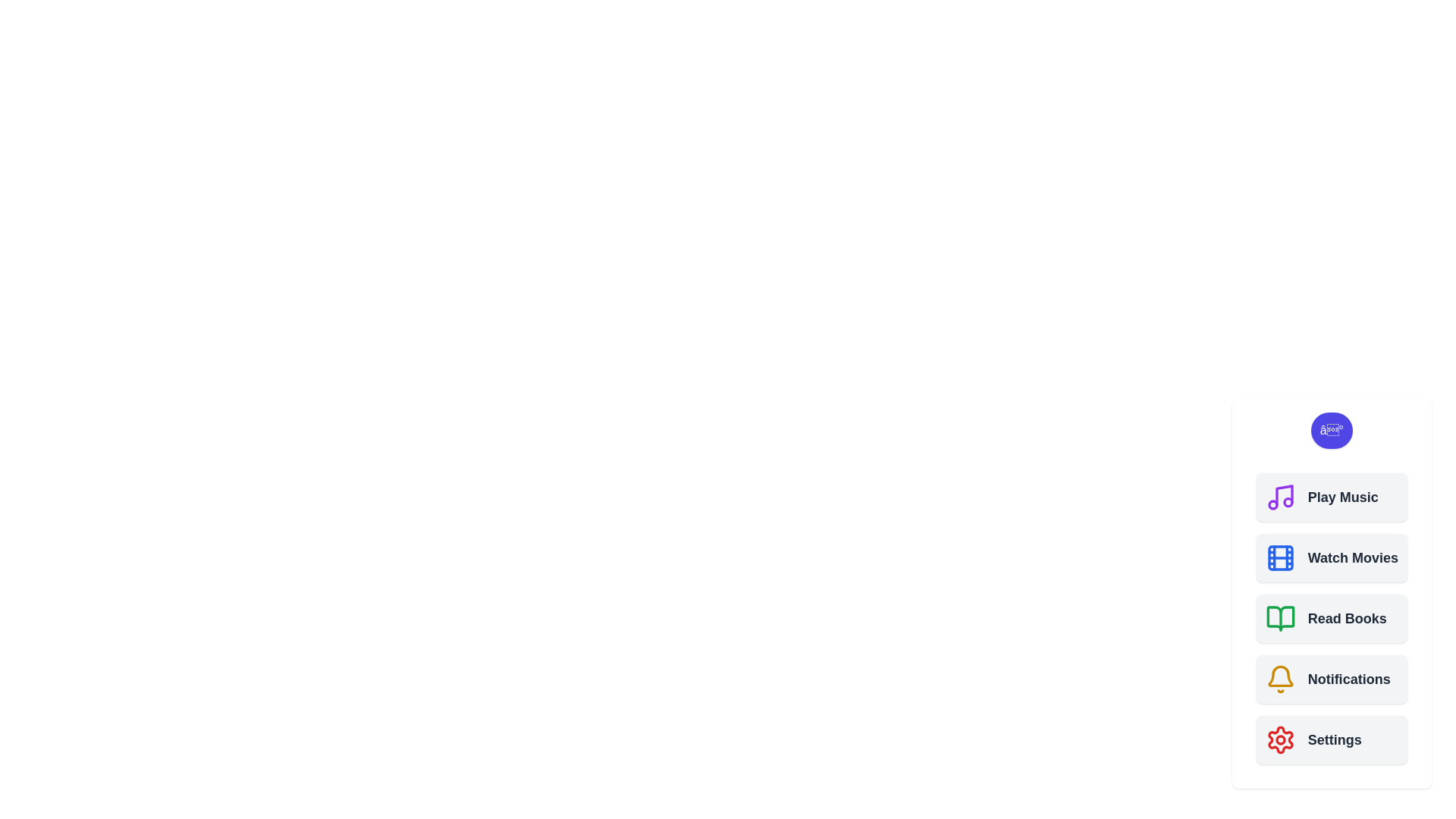  What do you see at coordinates (1331, 678) in the screenshot?
I see `the 'Notifications' button` at bounding box center [1331, 678].